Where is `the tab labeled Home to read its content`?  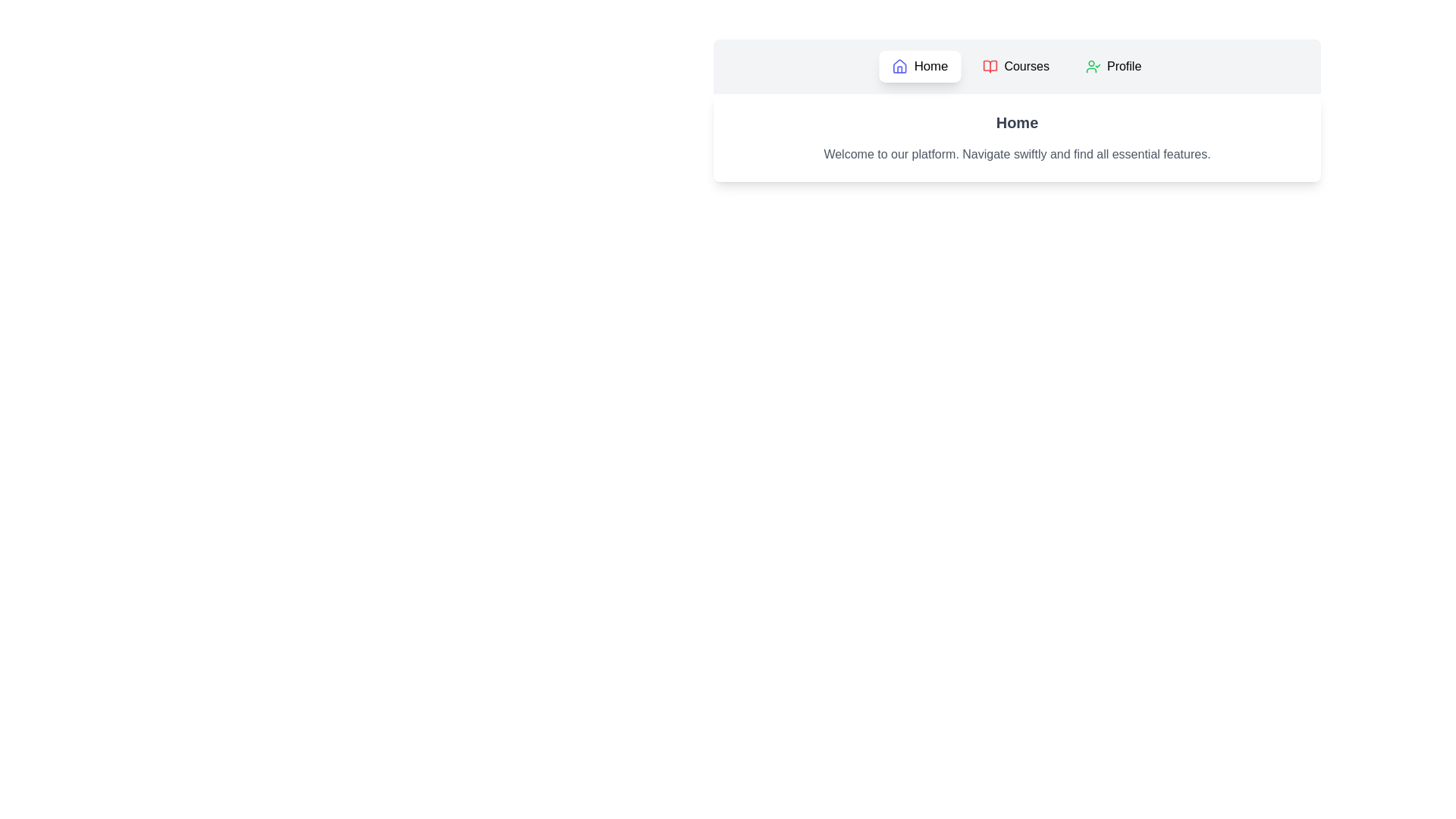
the tab labeled Home to read its content is located at coordinates (919, 66).